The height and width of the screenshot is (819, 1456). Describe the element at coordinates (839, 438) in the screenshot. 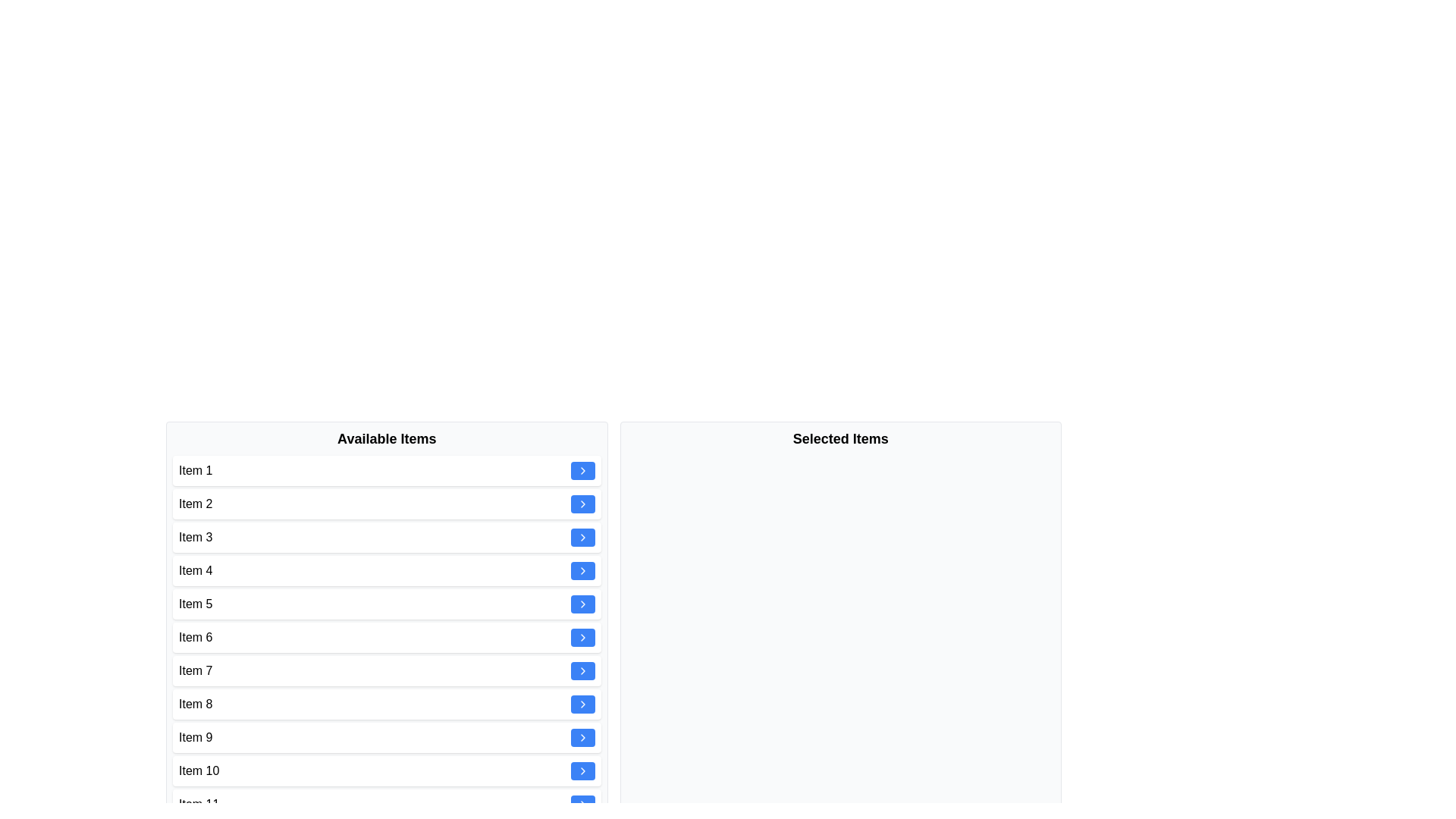

I see `the 'Selected Items' header text, which is bold and large, located at the top-center of the panel with a light gray background` at that location.